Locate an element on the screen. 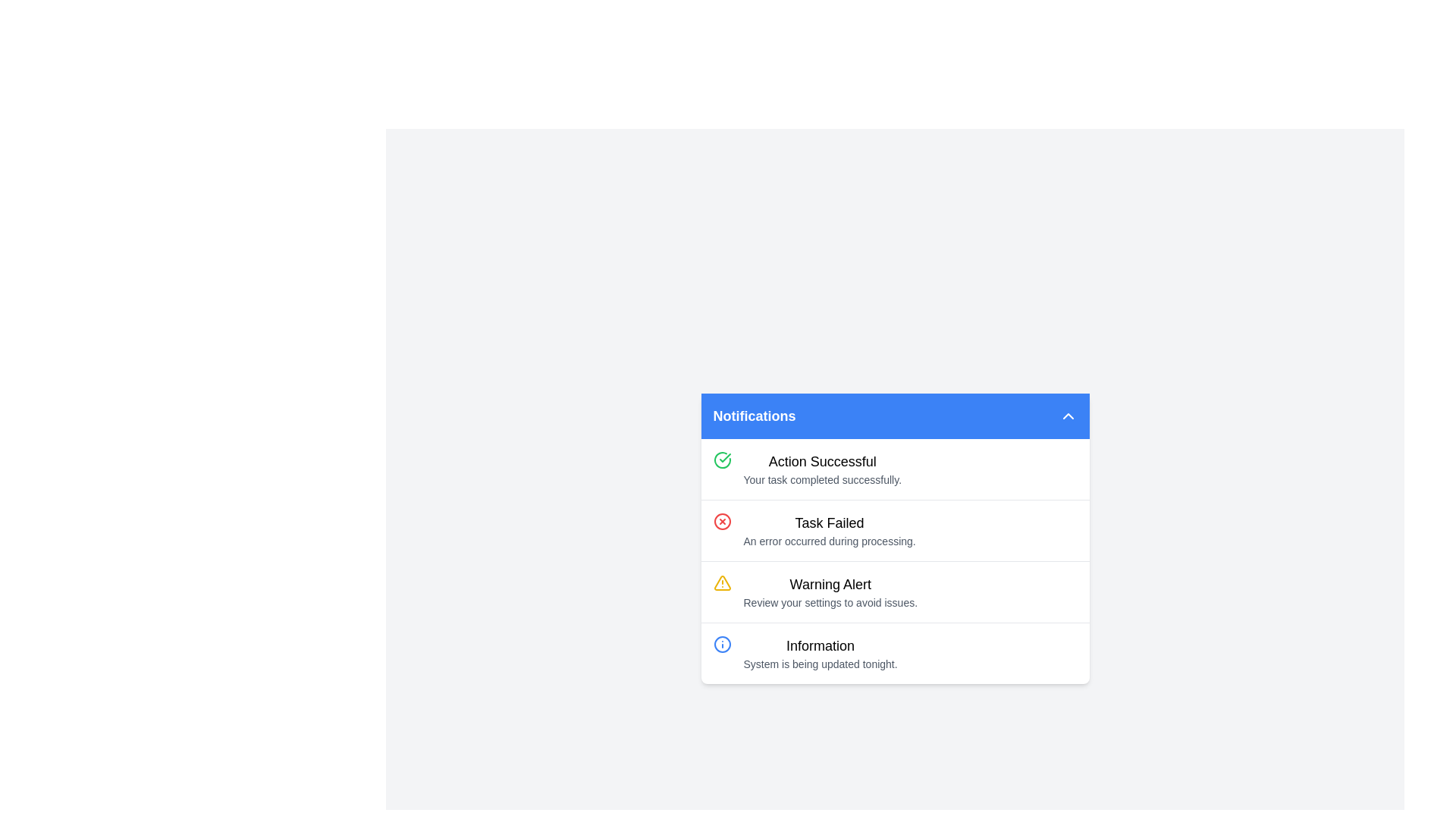  the error icon indicating a 'Task Failed' notification in the 'Notifications' section, positioned to the left of the message is located at coordinates (721, 520).